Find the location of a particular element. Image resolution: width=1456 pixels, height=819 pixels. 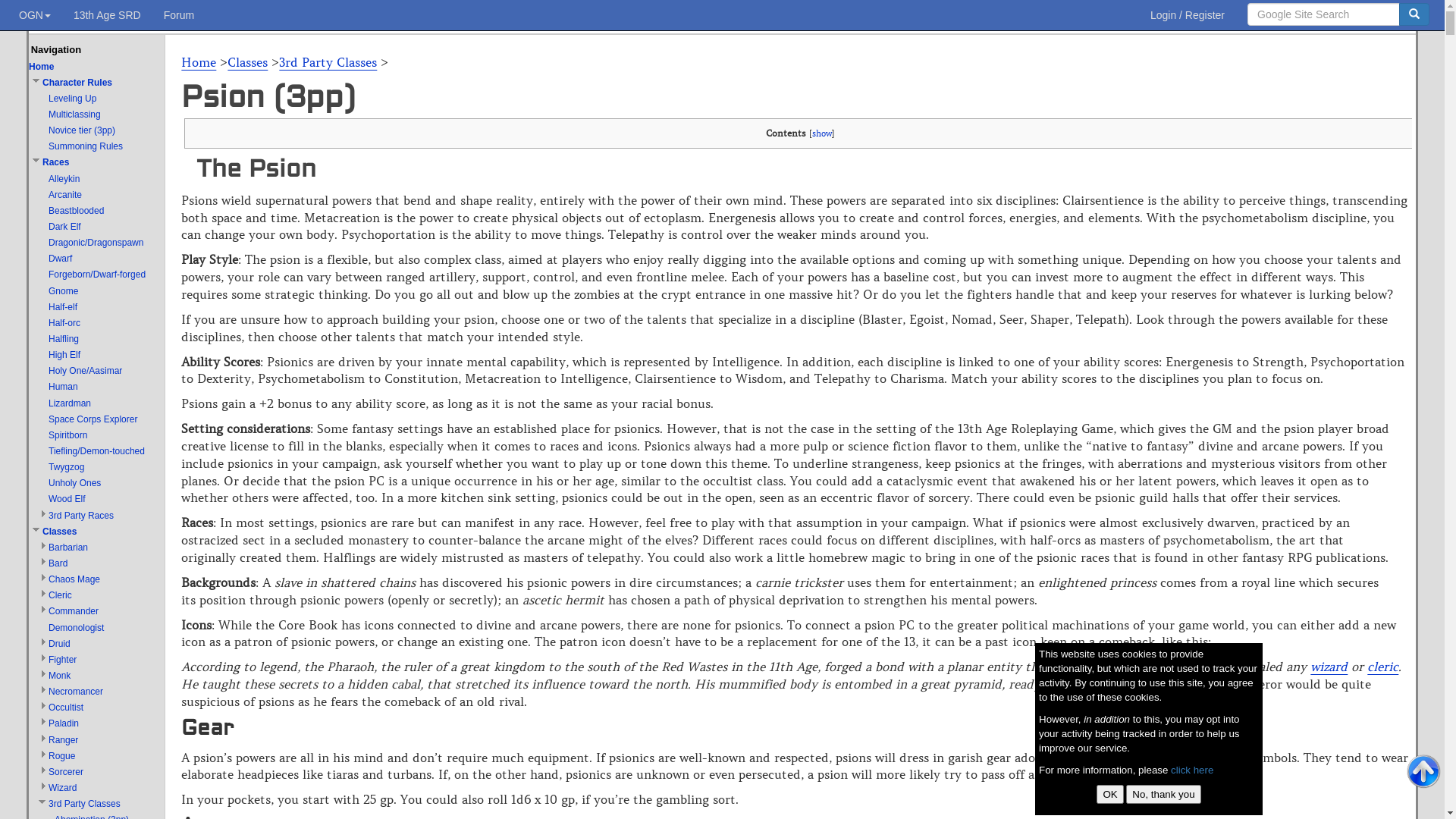

'Holy One/Aasimar' is located at coordinates (84, 371).